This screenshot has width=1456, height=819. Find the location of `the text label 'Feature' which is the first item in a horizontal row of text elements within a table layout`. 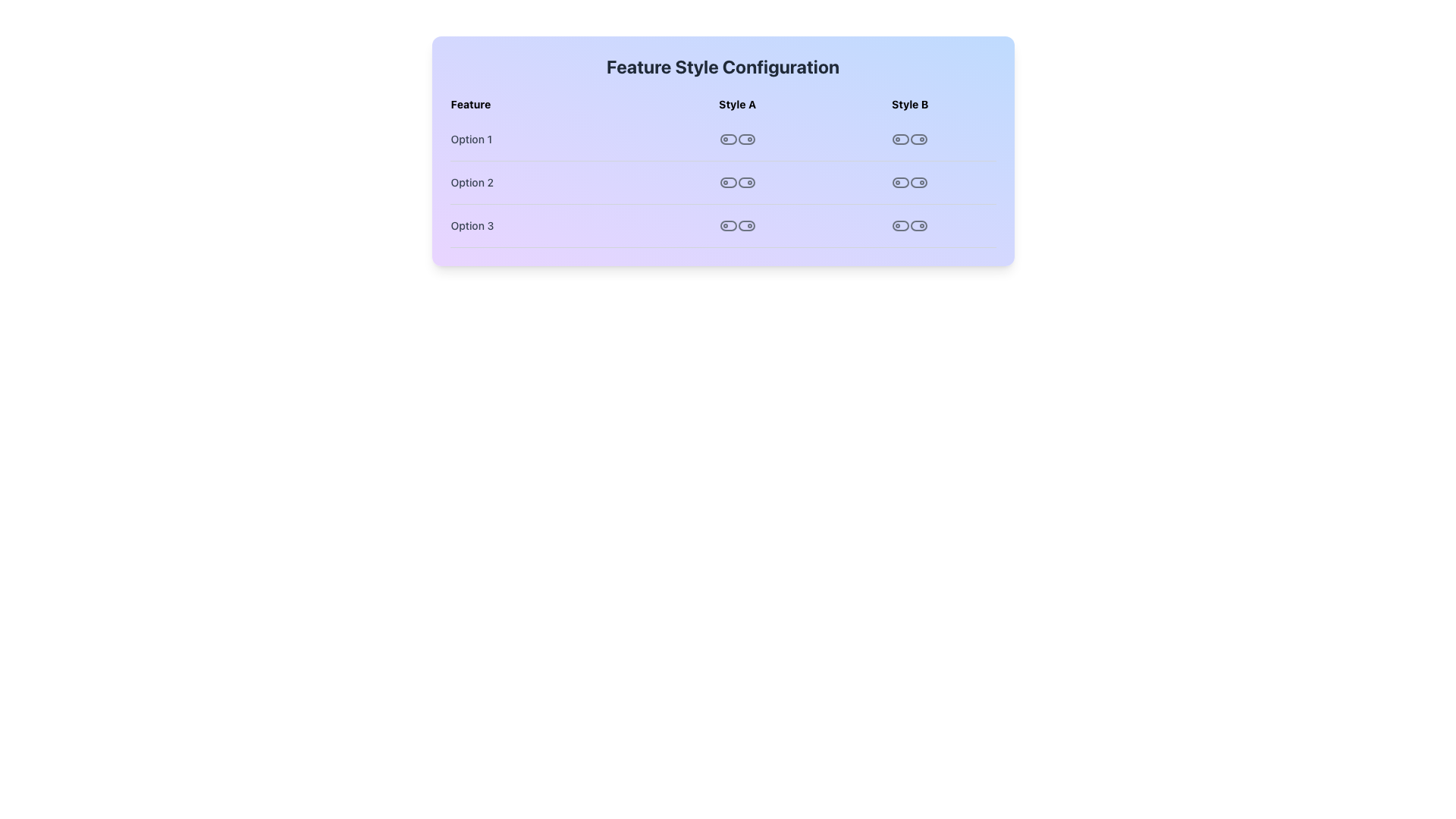

the text label 'Feature' which is the first item in a horizontal row of text elements within a table layout is located at coordinates (549, 104).